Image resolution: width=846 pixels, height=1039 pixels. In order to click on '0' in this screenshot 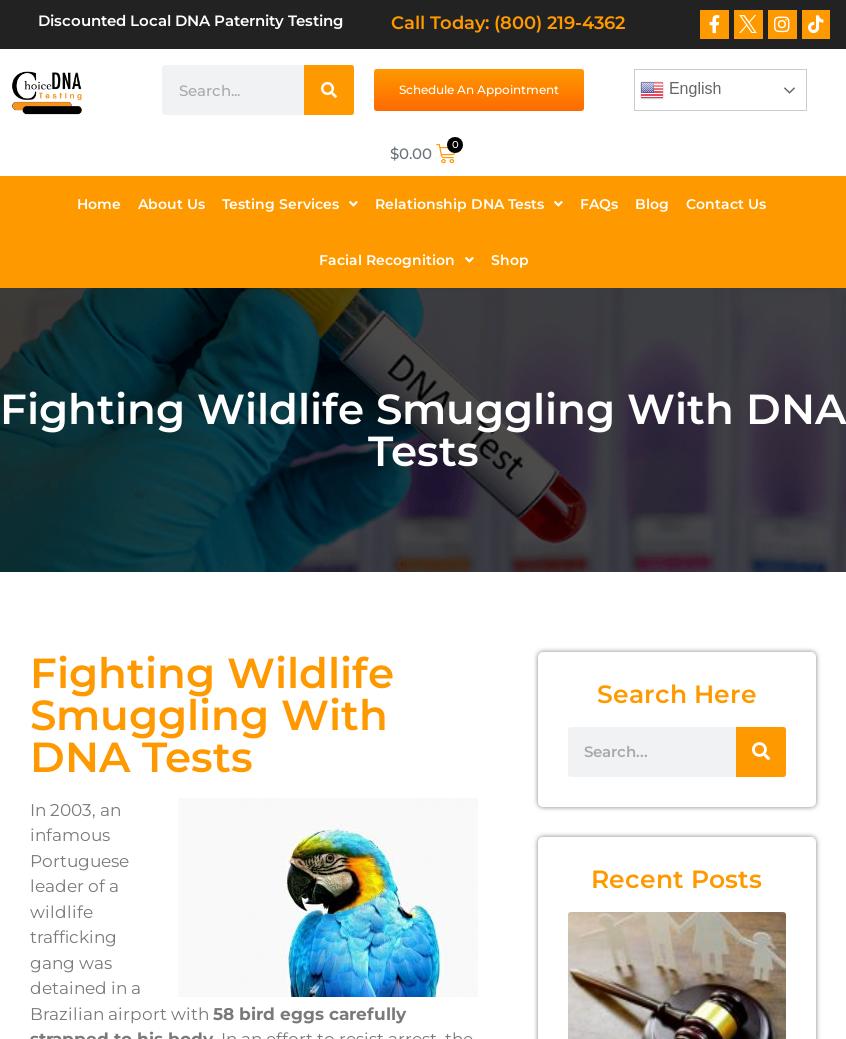, I will do `click(453, 142)`.